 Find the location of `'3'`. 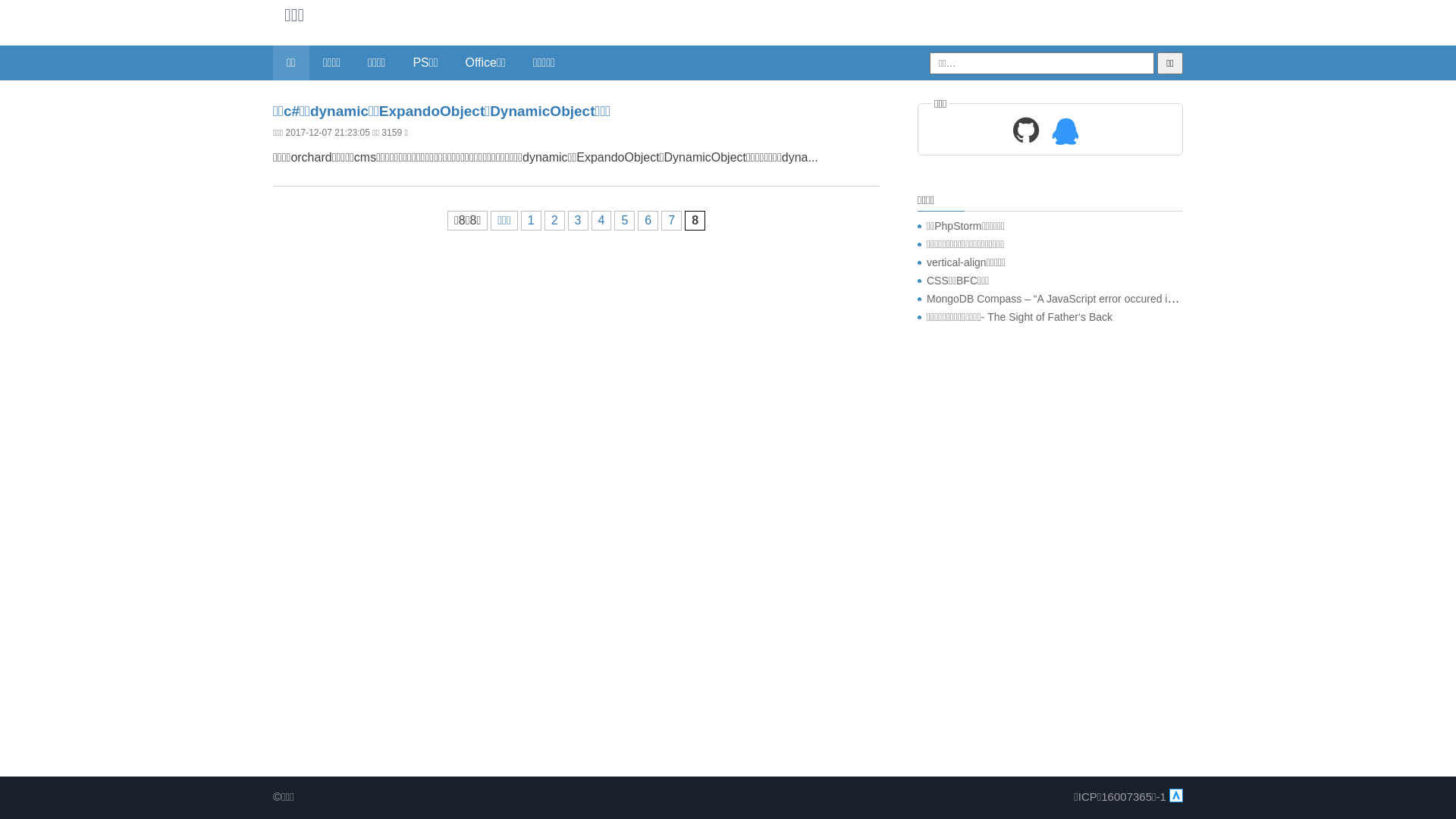

'3' is located at coordinates (577, 220).